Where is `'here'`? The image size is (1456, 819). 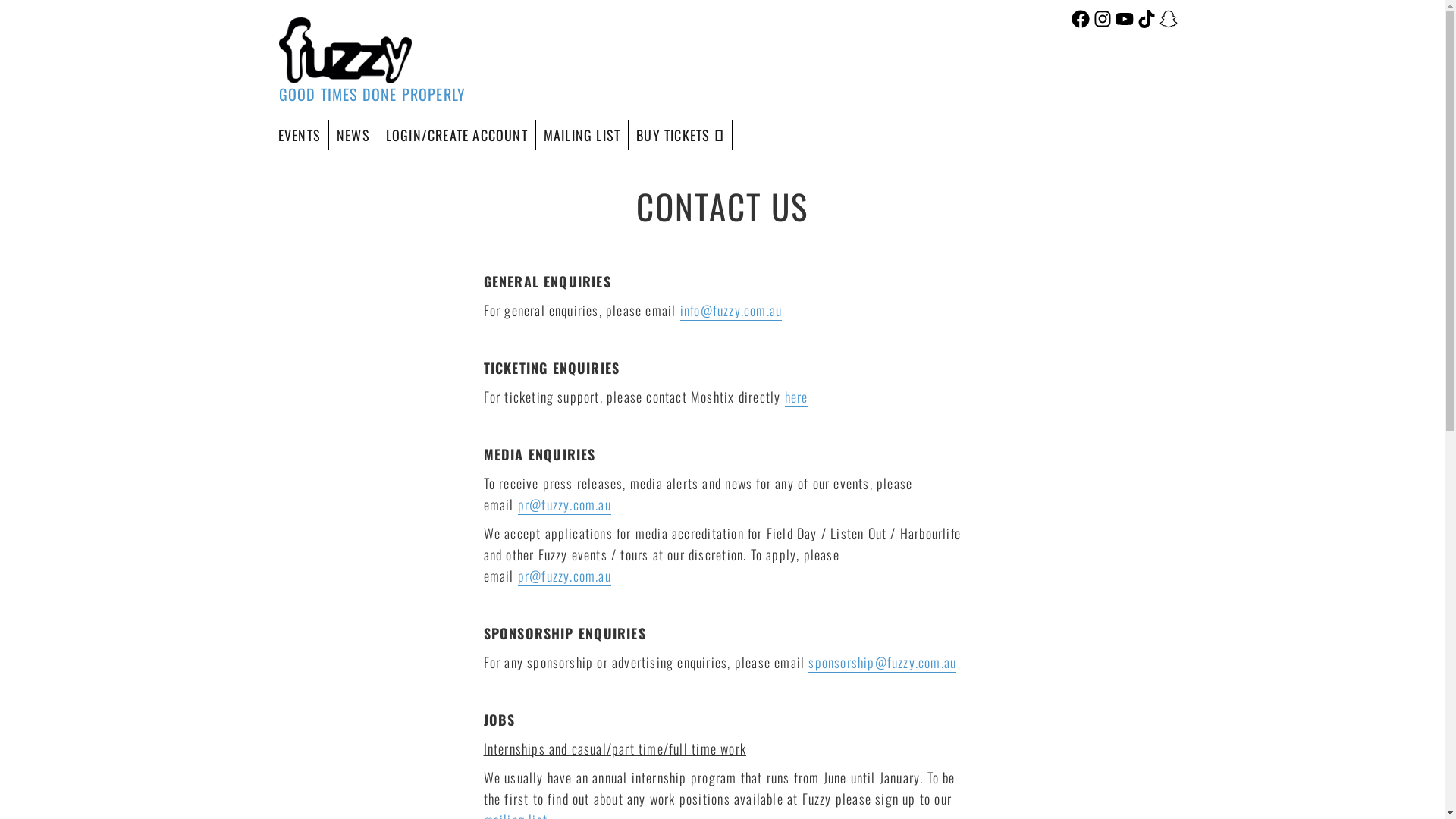
'here' is located at coordinates (795, 396).